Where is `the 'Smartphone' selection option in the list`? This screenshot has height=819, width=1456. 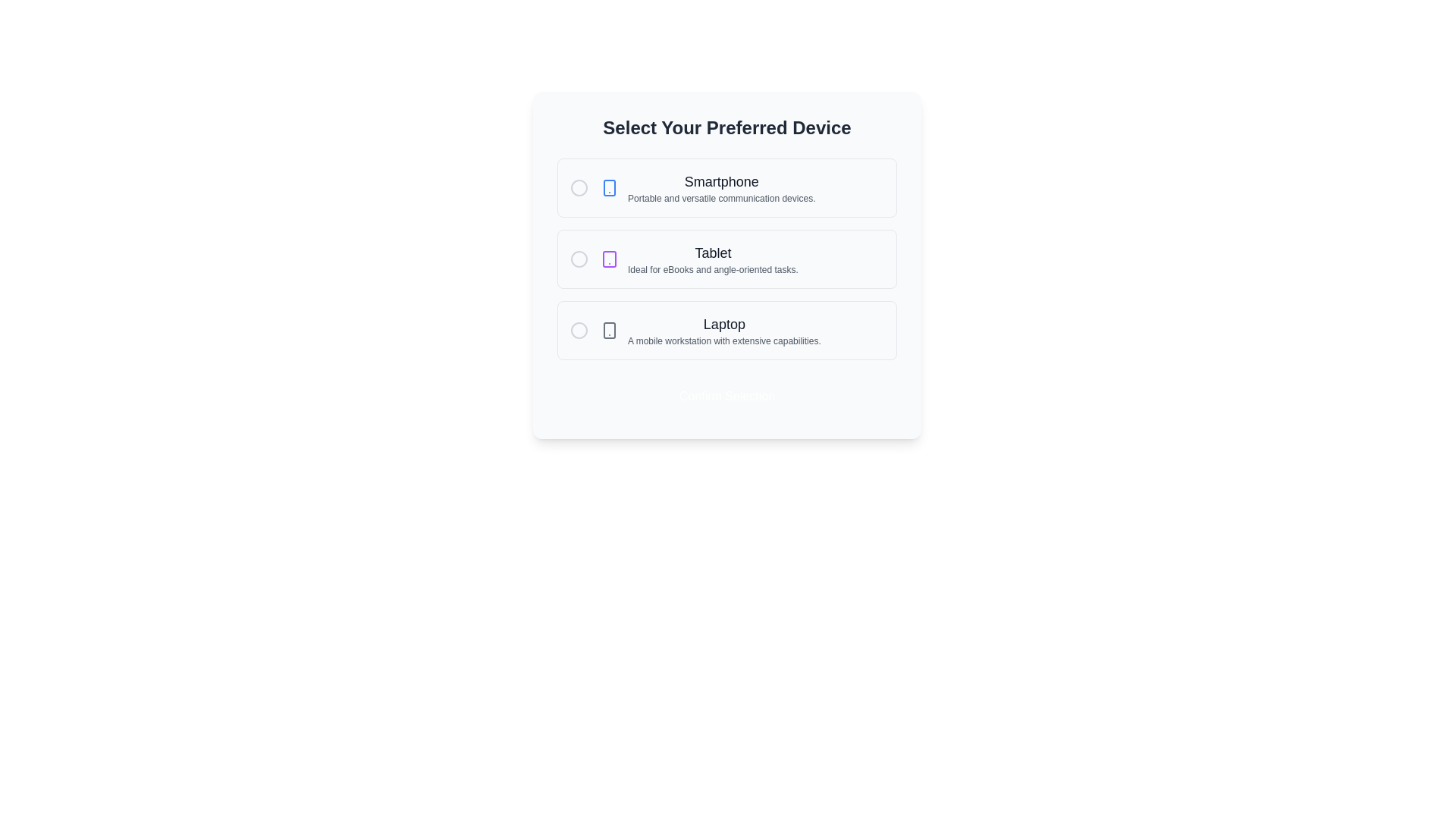
the 'Smartphone' selection option in the list is located at coordinates (707, 187).